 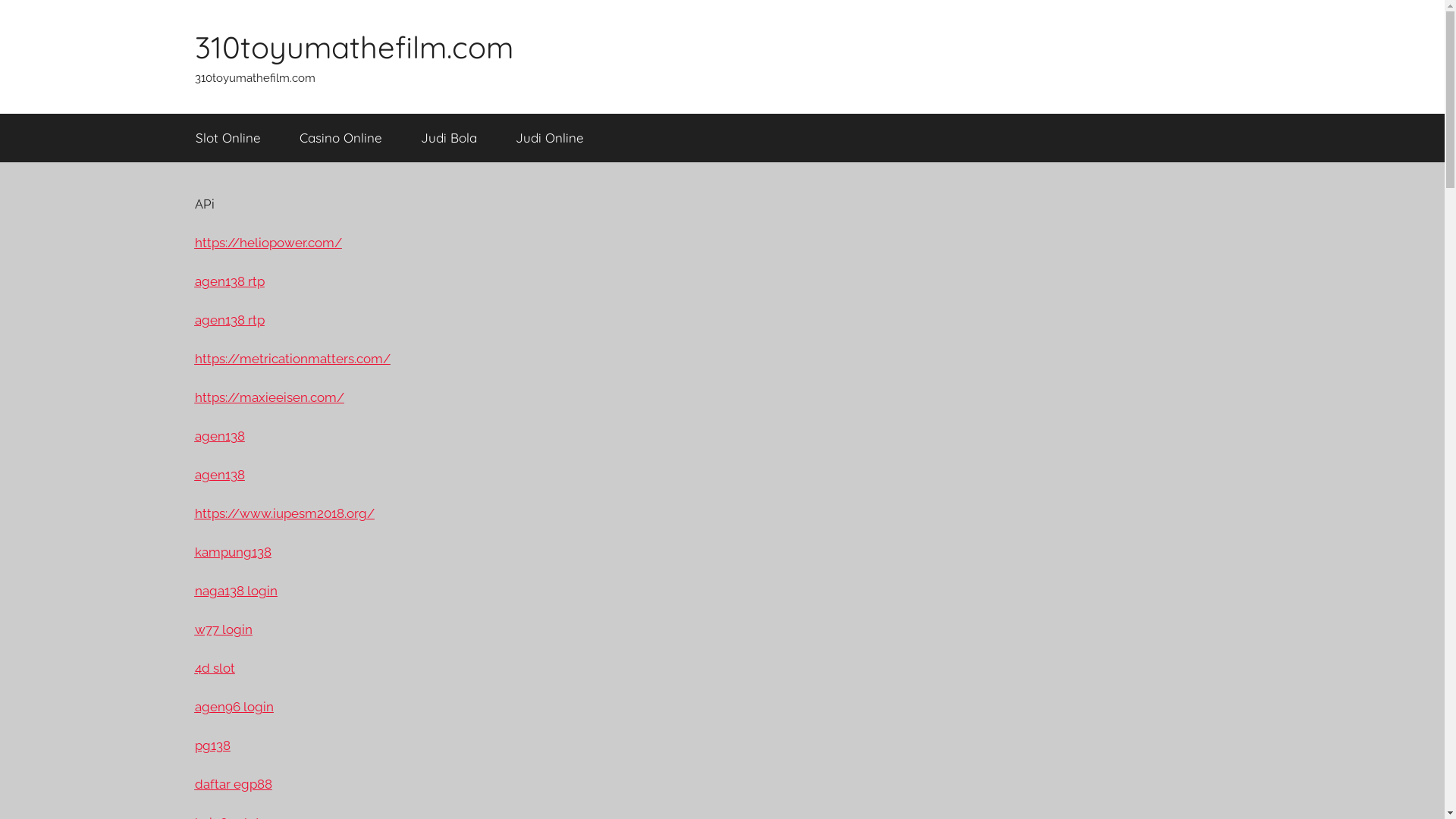 I want to click on 'https://www.iupesm2018.org/', so click(x=284, y=513).